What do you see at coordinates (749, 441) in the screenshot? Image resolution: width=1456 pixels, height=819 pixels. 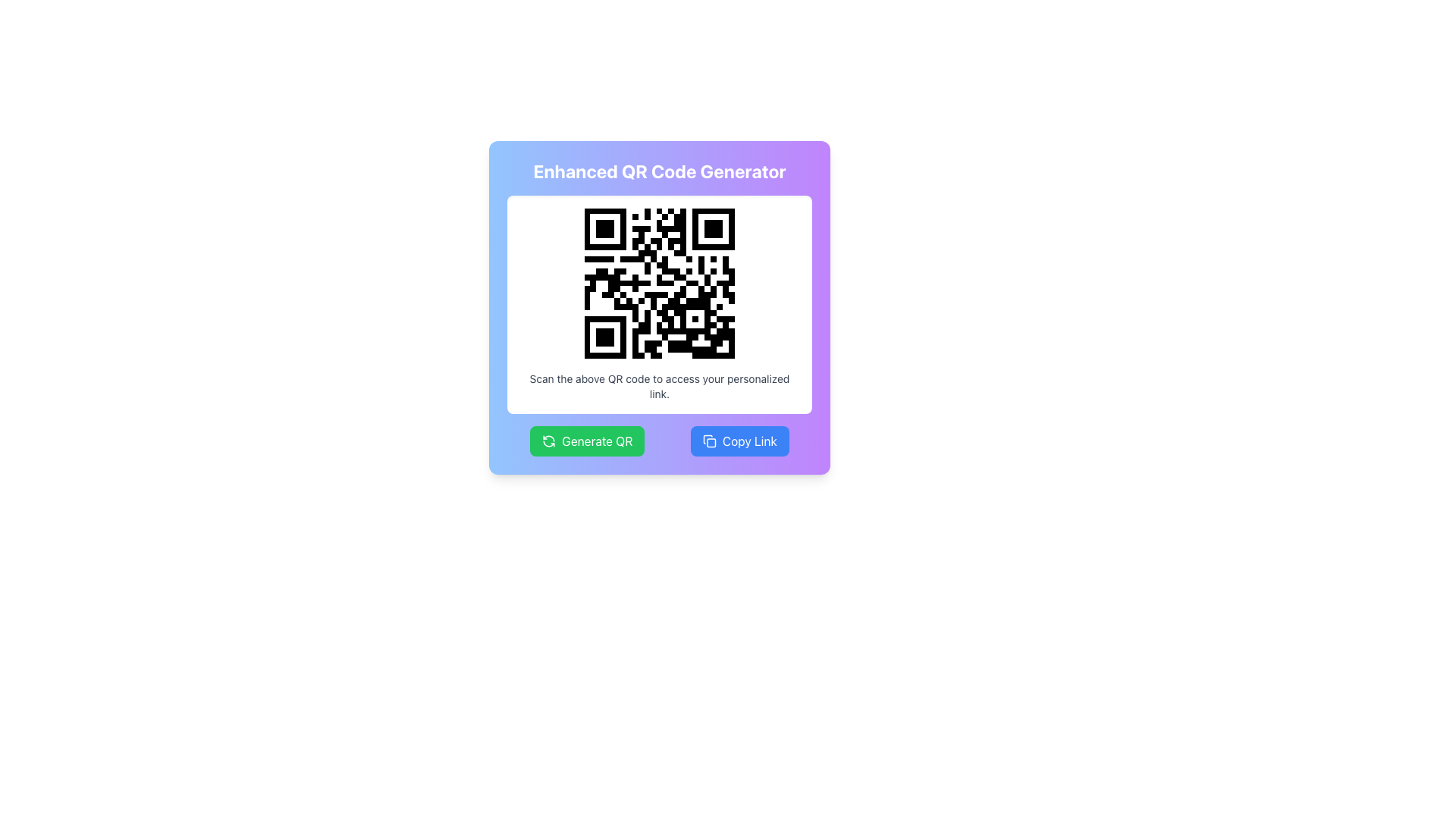 I see `the 'Copy Link' button, which is a blue rectangular button with white text` at bounding box center [749, 441].